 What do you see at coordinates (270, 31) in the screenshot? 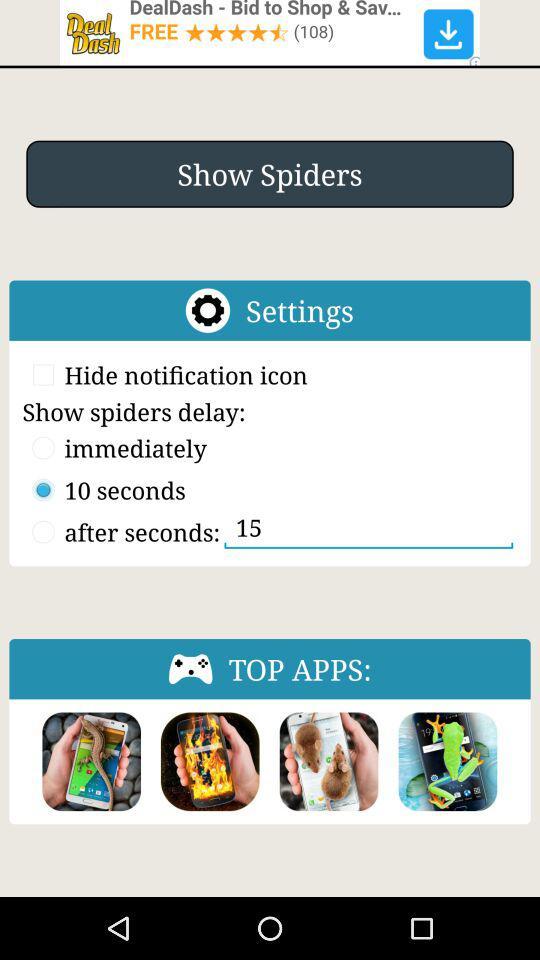
I see `advertisement banner` at bounding box center [270, 31].